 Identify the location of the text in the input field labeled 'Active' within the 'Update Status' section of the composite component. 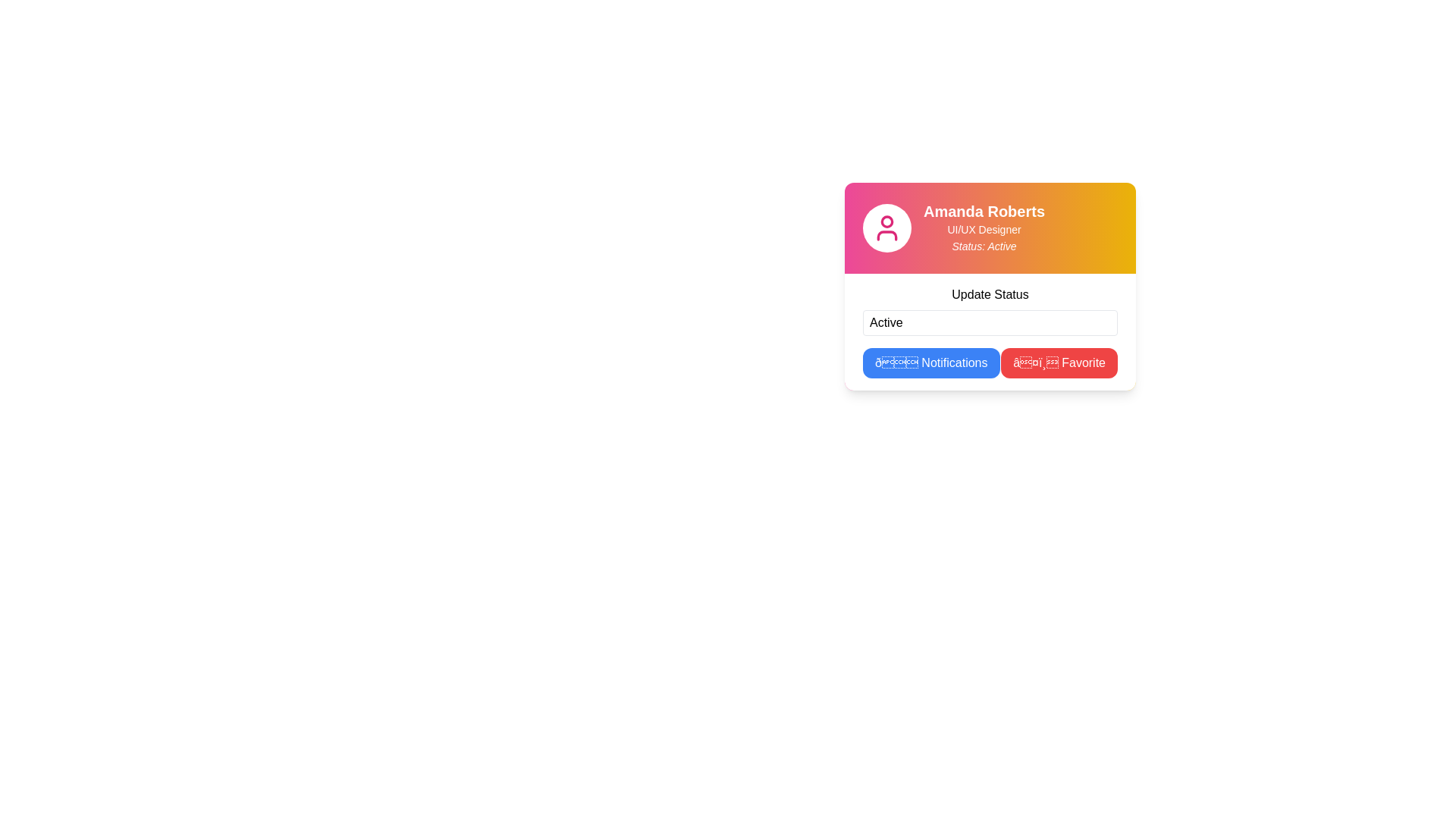
(990, 331).